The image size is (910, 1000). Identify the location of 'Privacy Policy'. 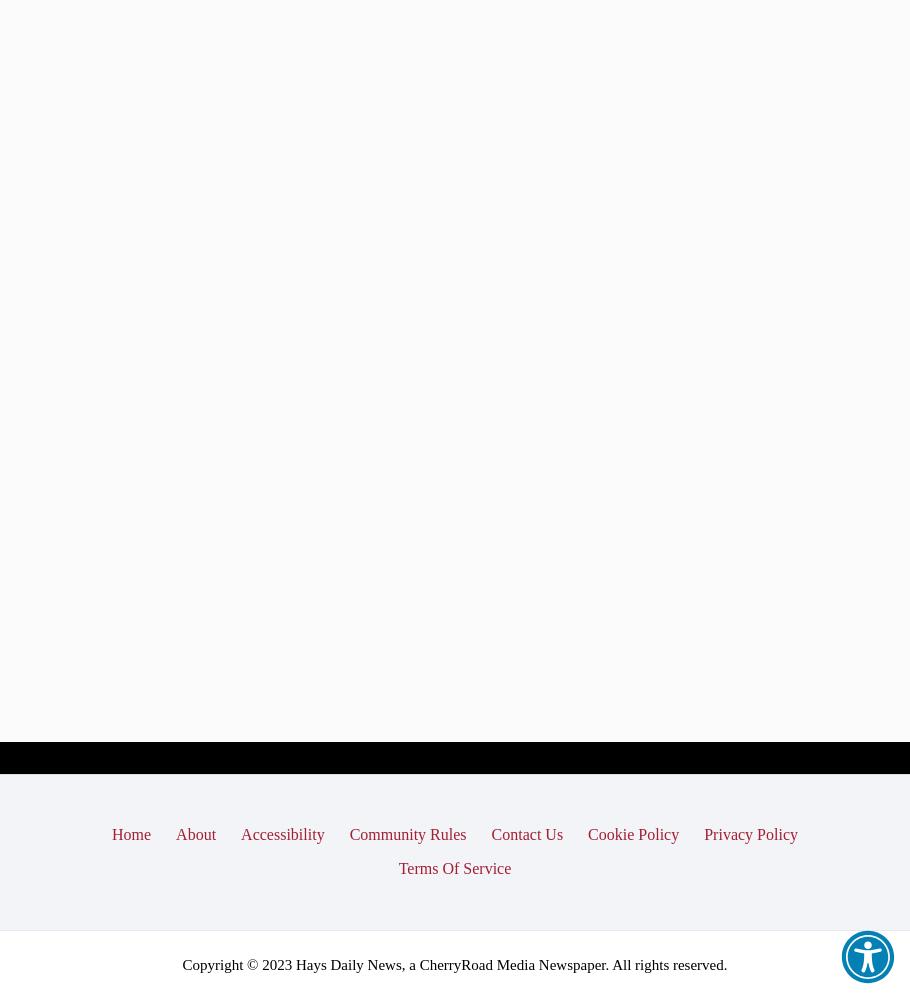
(750, 833).